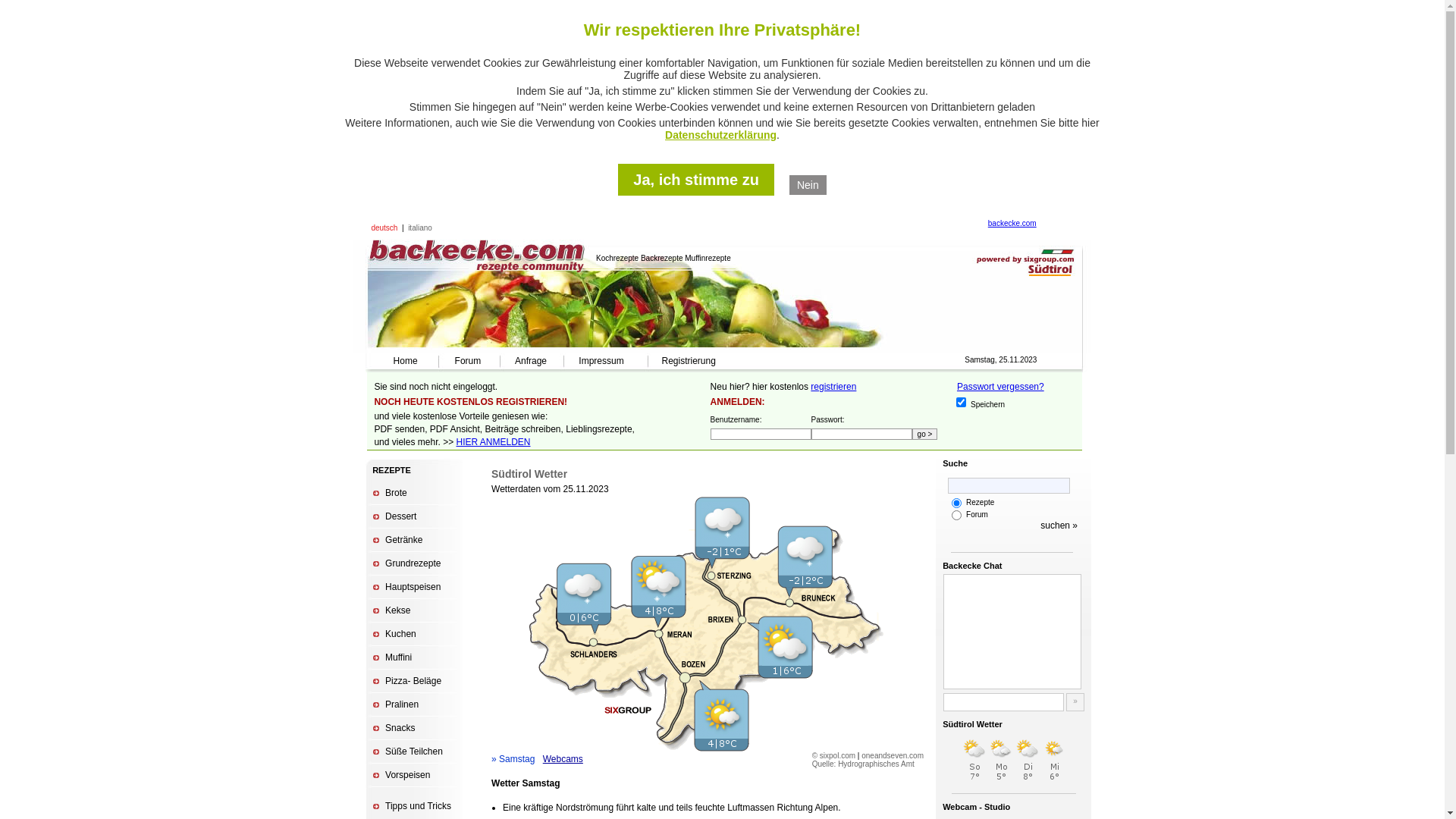 The image size is (1456, 819). What do you see at coordinates (400, 727) in the screenshot?
I see `'Snacks'` at bounding box center [400, 727].